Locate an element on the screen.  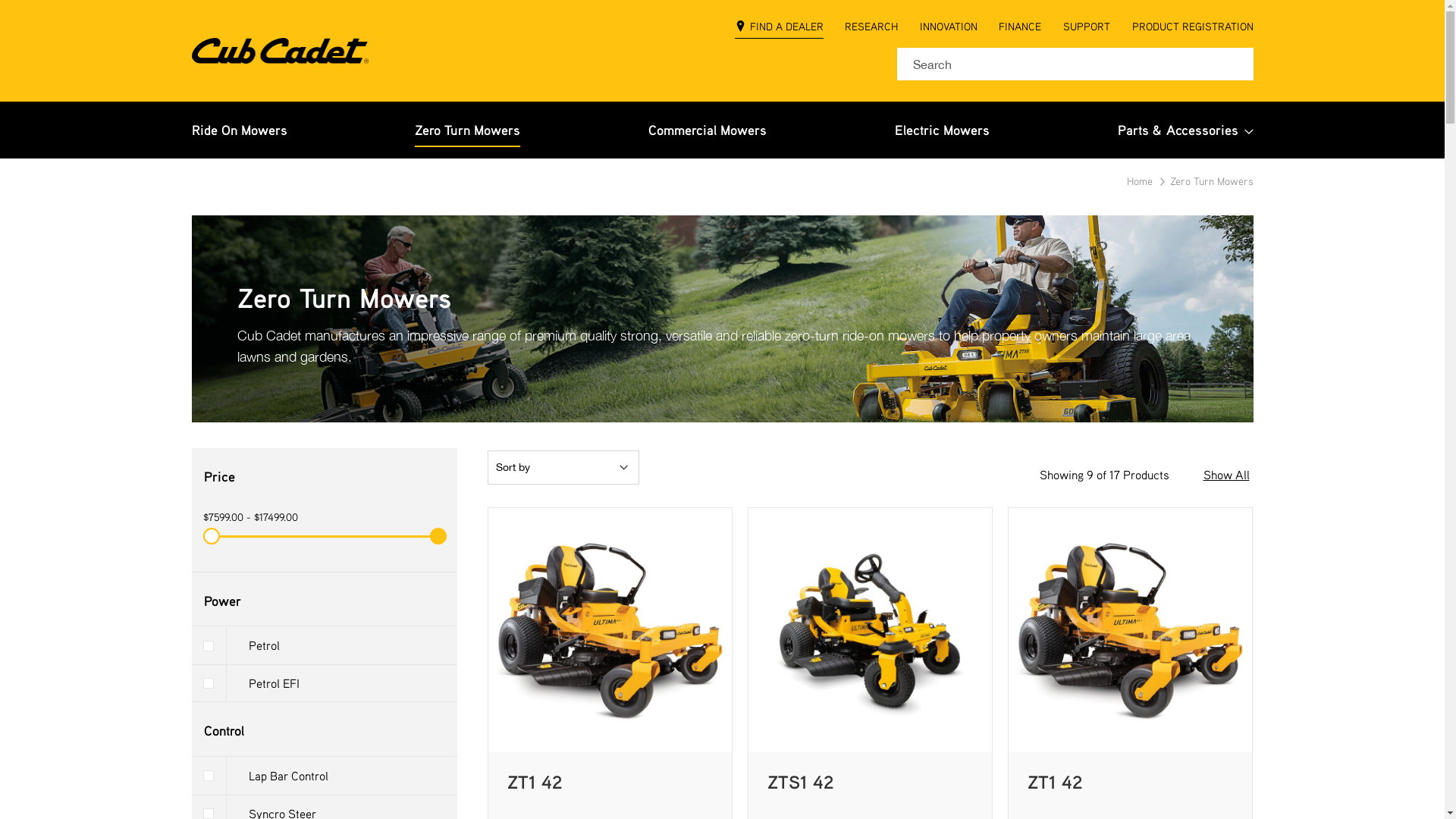
'PRODUCT REGISTRATION' is located at coordinates (1191, 28).